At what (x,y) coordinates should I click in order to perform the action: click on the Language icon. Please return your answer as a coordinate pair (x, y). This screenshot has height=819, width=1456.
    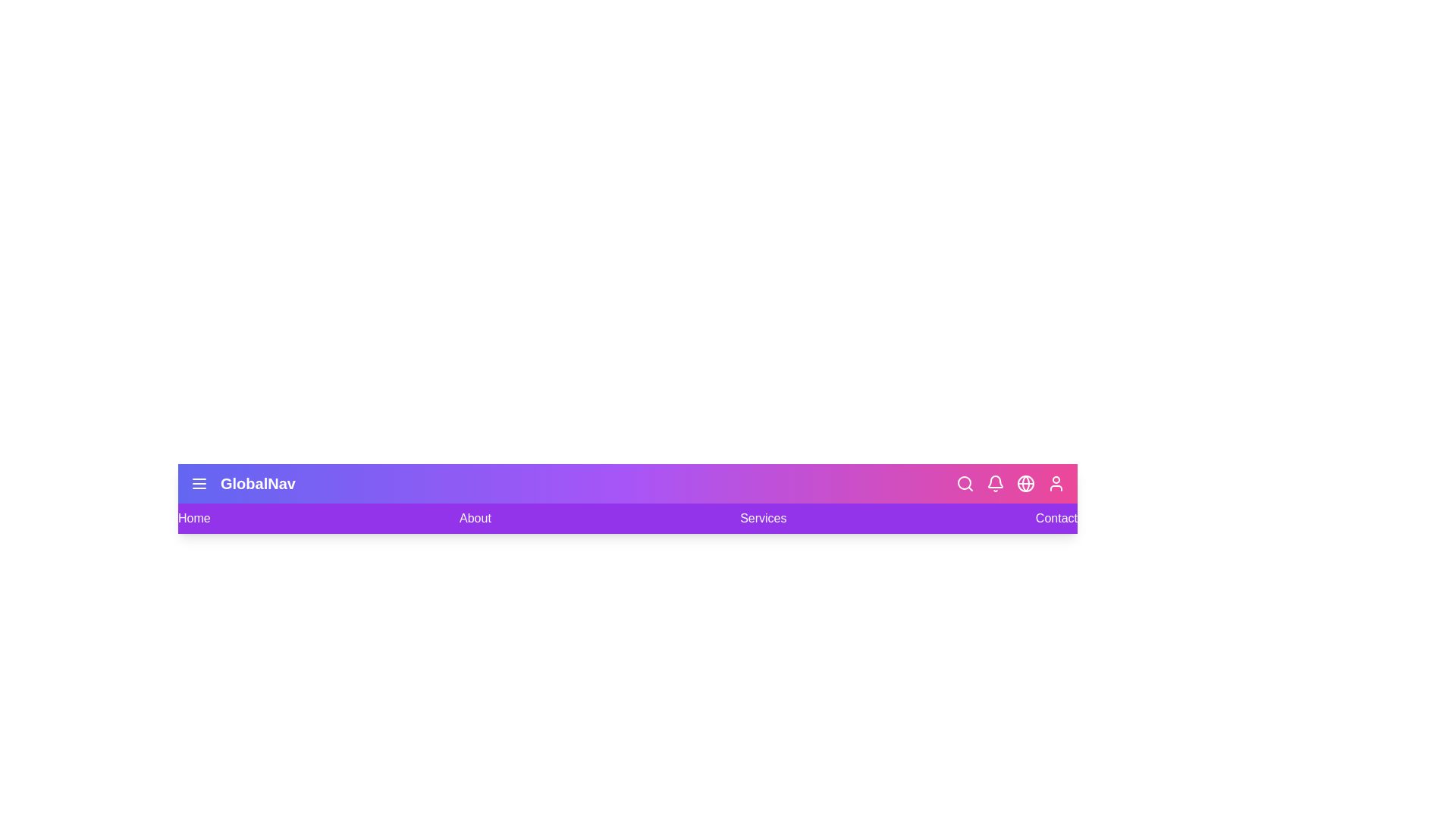
    Looking at the image, I should click on (1026, 483).